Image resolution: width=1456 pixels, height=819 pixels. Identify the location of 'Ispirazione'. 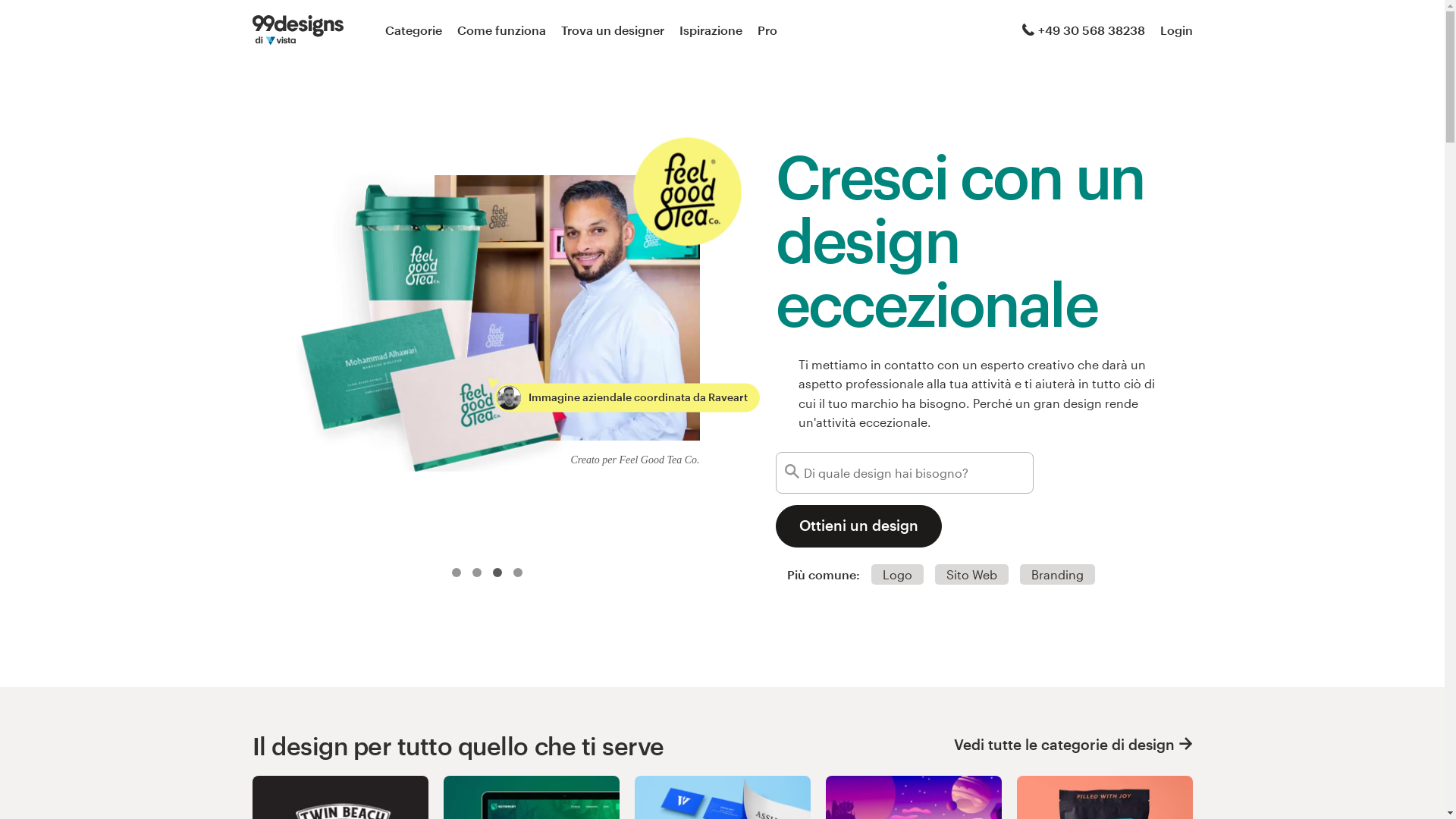
(710, 30).